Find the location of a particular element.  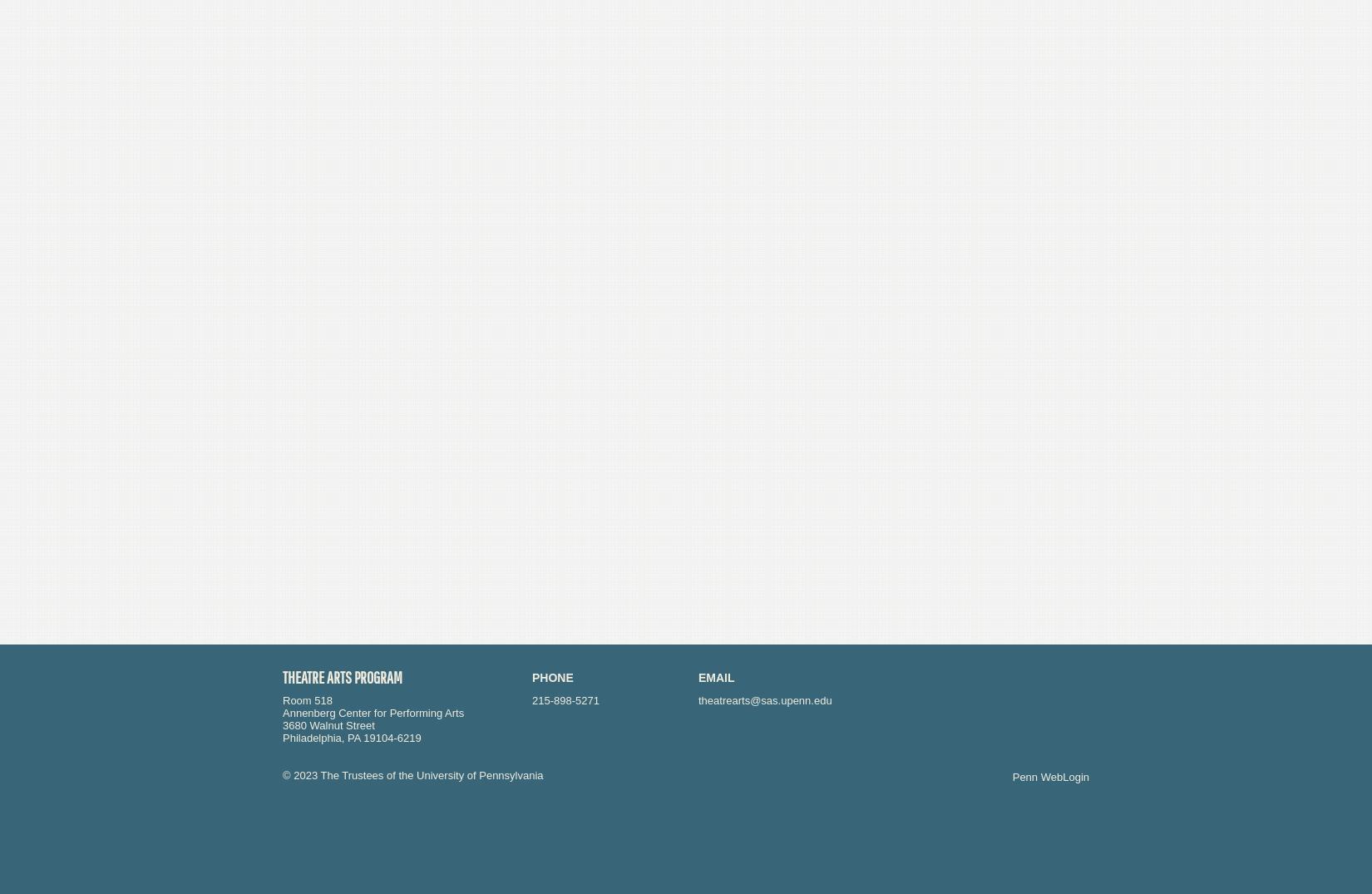

'3680 Walnut Street' is located at coordinates (283, 725).